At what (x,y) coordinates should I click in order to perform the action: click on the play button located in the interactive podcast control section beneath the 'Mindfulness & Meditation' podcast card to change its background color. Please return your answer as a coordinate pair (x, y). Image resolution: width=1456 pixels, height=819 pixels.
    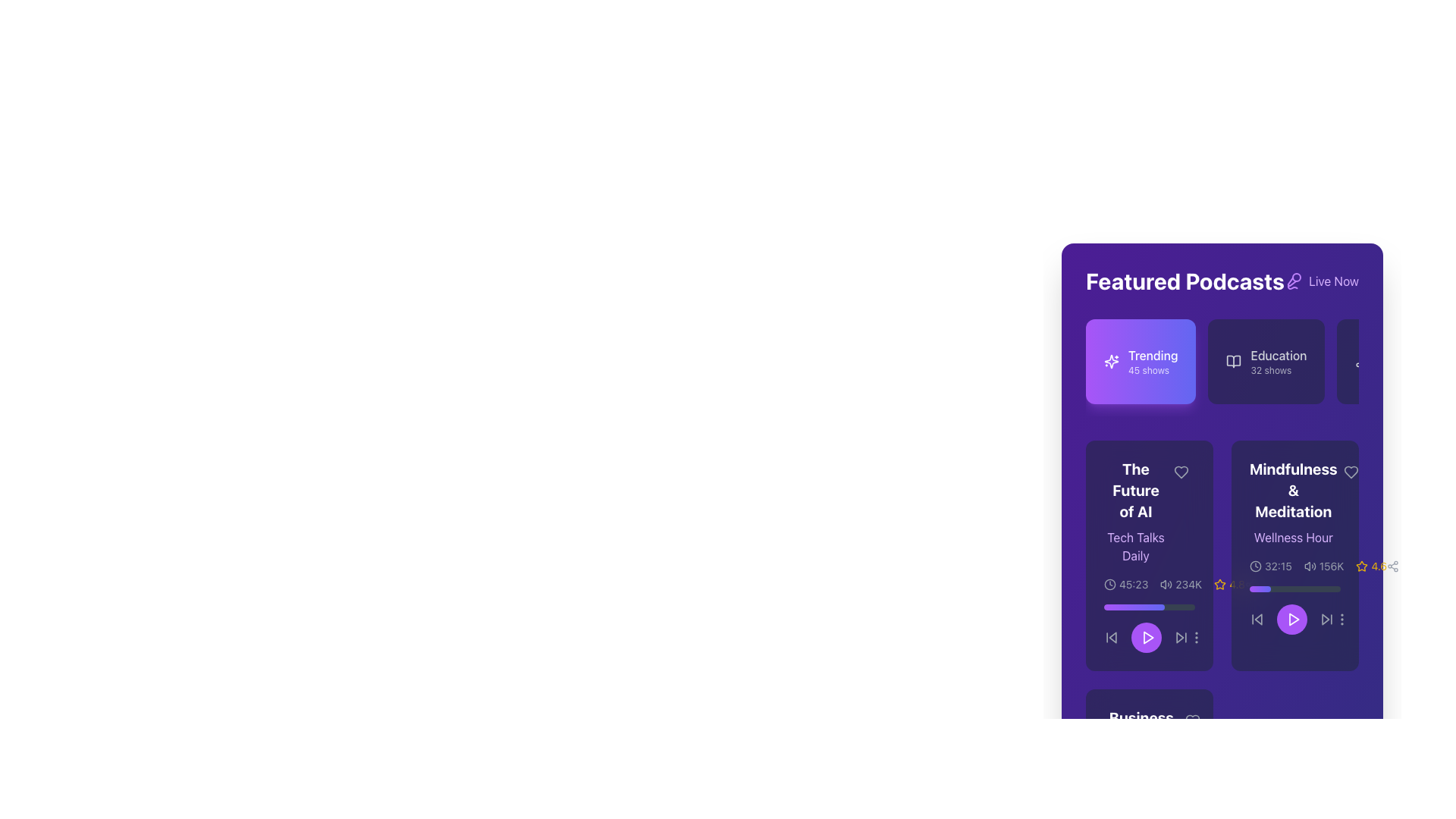
    Looking at the image, I should click on (1294, 620).